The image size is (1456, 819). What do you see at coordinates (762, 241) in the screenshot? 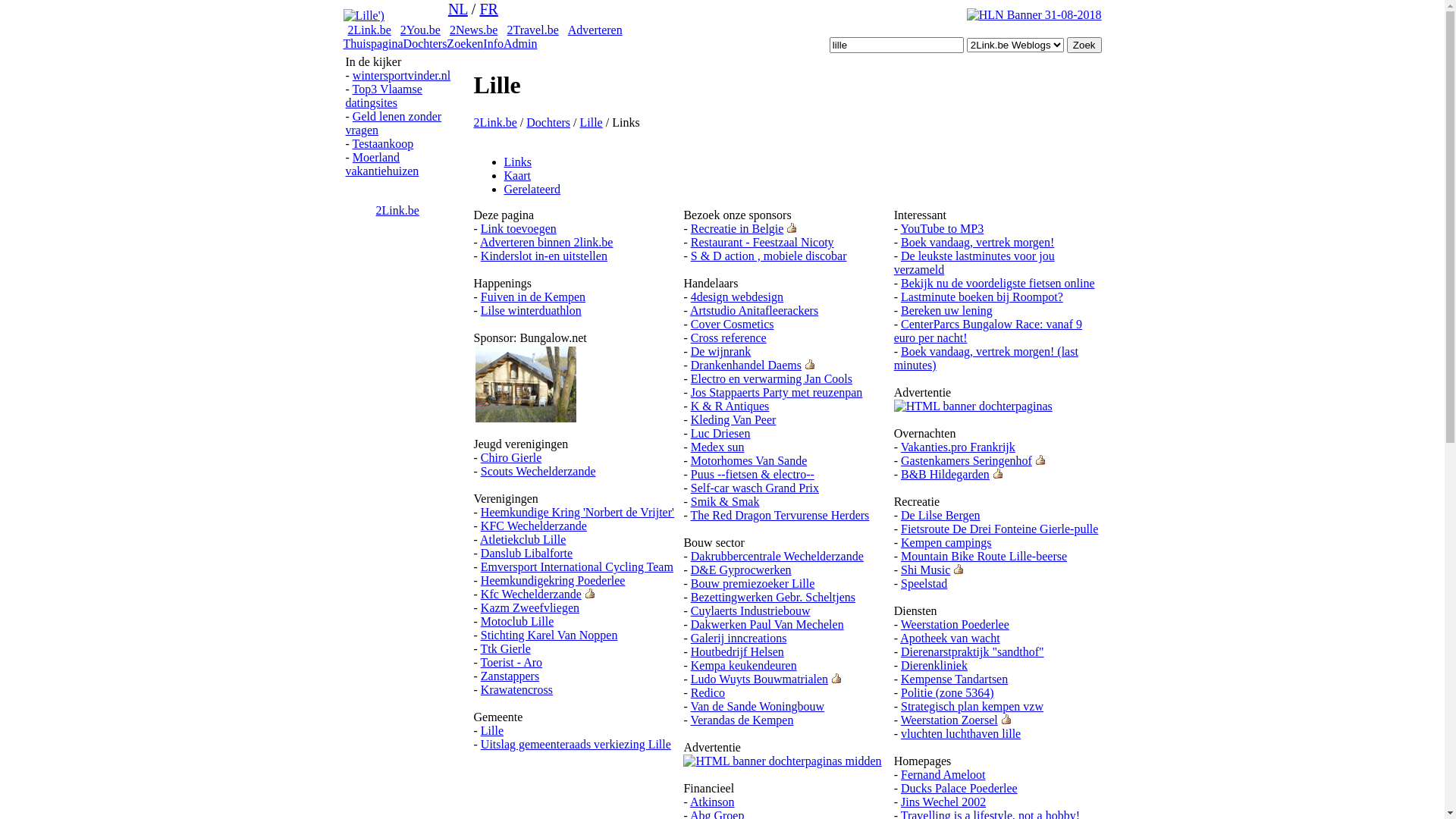
I see `'Restaurant - Feestzaal Nicoty'` at bounding box center [762, 241].